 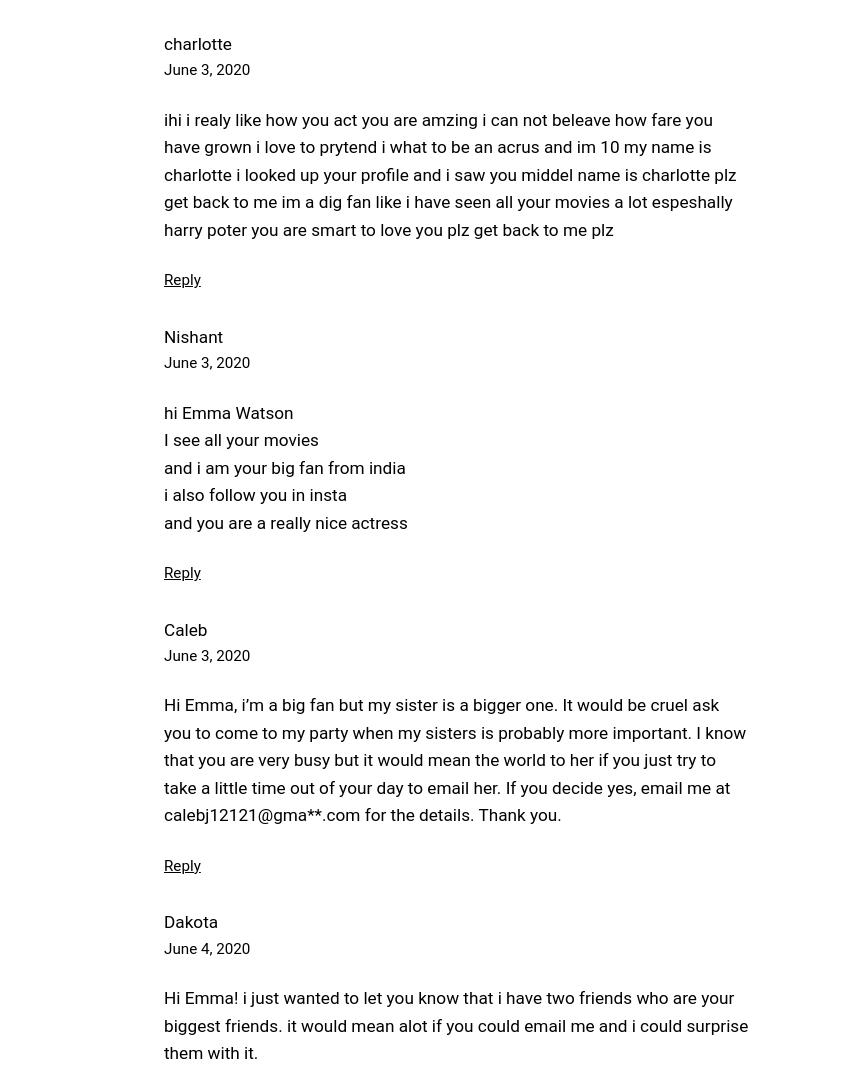 I want to click on 'Nishant', so click(x=192, y=334).